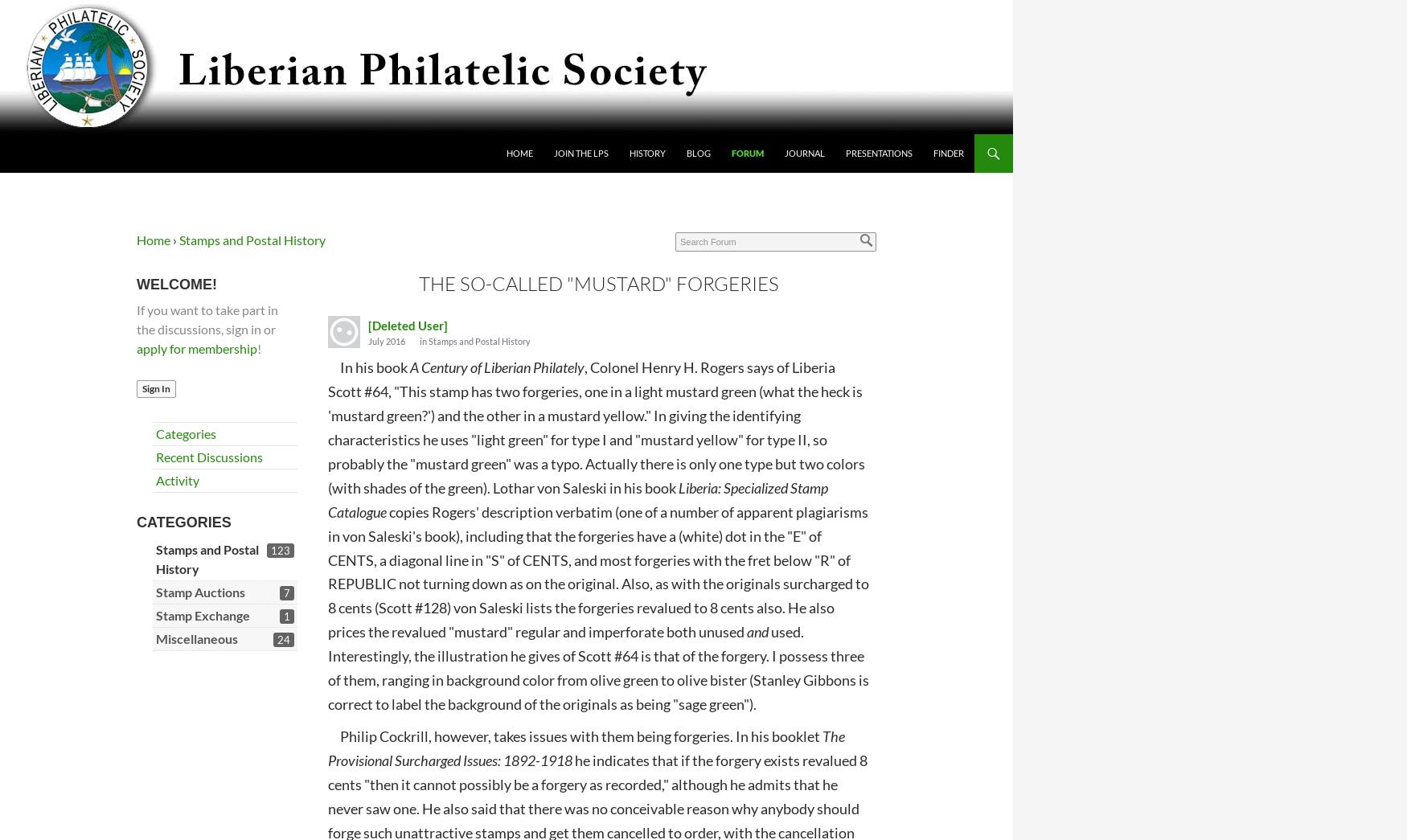 The height and width of the screenshot is (840, 1407). What do you see at coordinates (369, 367) in the screenshot?
I see `'In his book'` at bounding box center [369, 367].